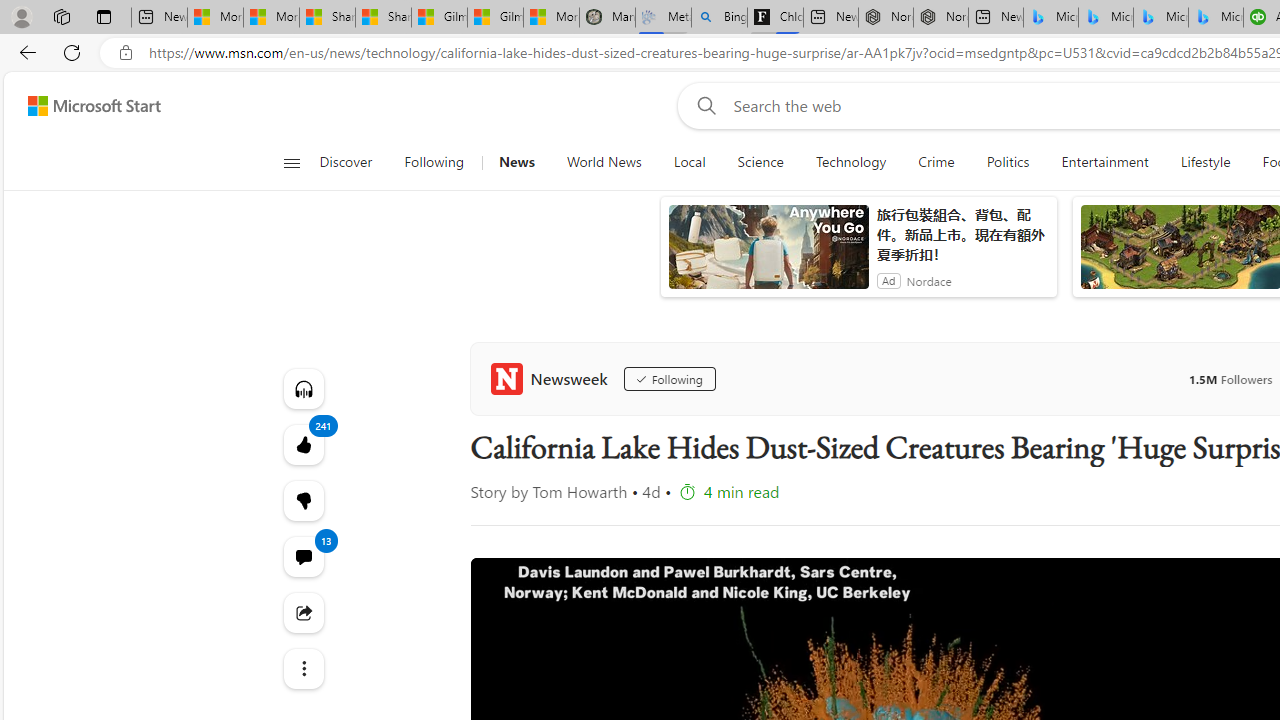  What do you see at coordinates (1204, 162) in the screenshot?
I see `'Lifestyle'` at bounding box center [1204, 162].